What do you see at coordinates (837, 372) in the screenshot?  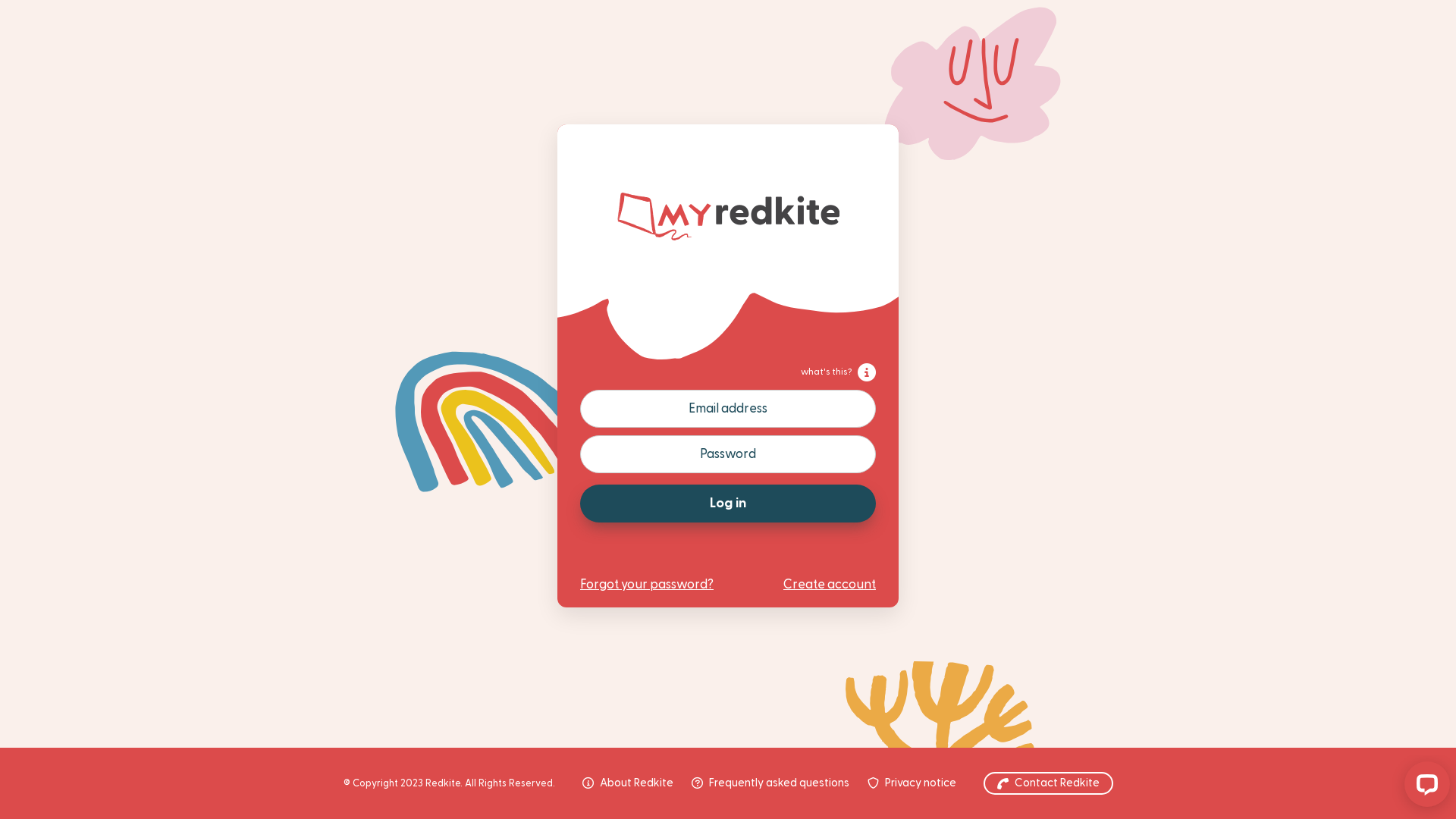 I see `'what's this?'` at bounding box center [837, 372].